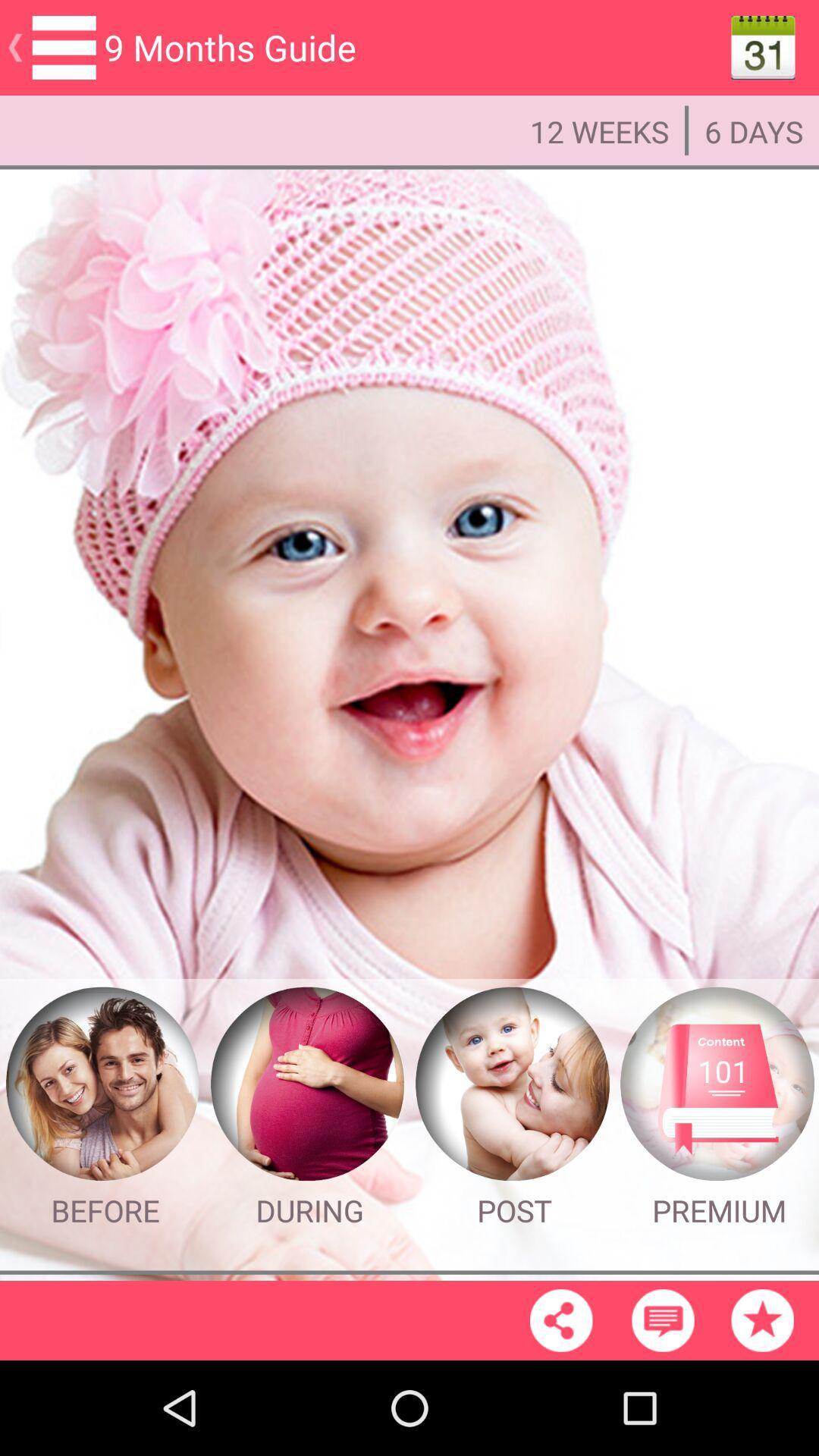 This screenshot has width=819, height=1456. I want to click on share button, so click(561, 1319).